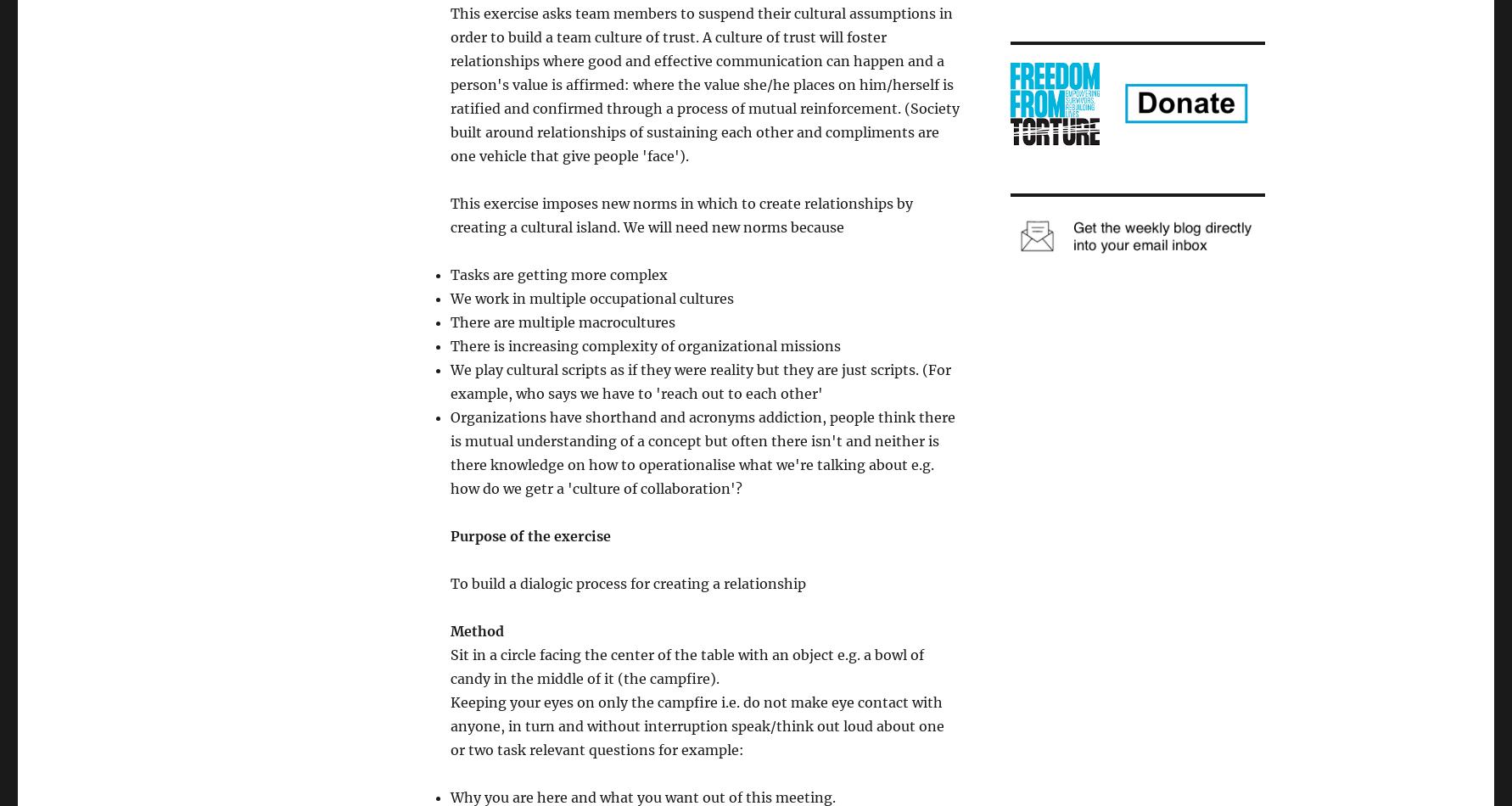 The image size is (1512, 806). I want to click on 'Keeping your eyes on only the campfire i.e. do not make eye contact with anyone, in turn and without interruption speak/think out loud about one or two task relevant questions for example:', so click(697, 725).